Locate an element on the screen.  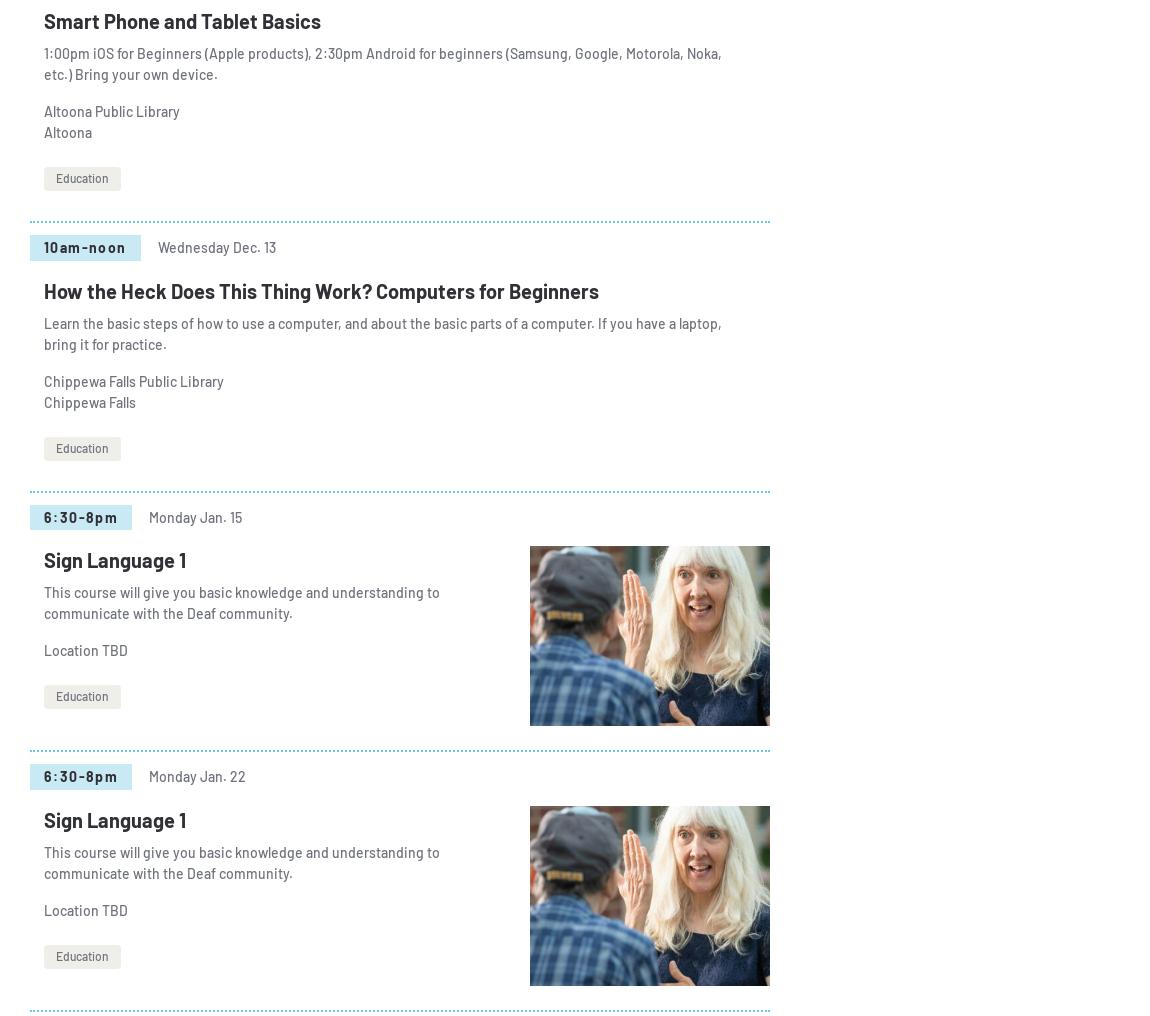
'Smart Phone and Tablet Basics' is located at coordinates (181, 20).